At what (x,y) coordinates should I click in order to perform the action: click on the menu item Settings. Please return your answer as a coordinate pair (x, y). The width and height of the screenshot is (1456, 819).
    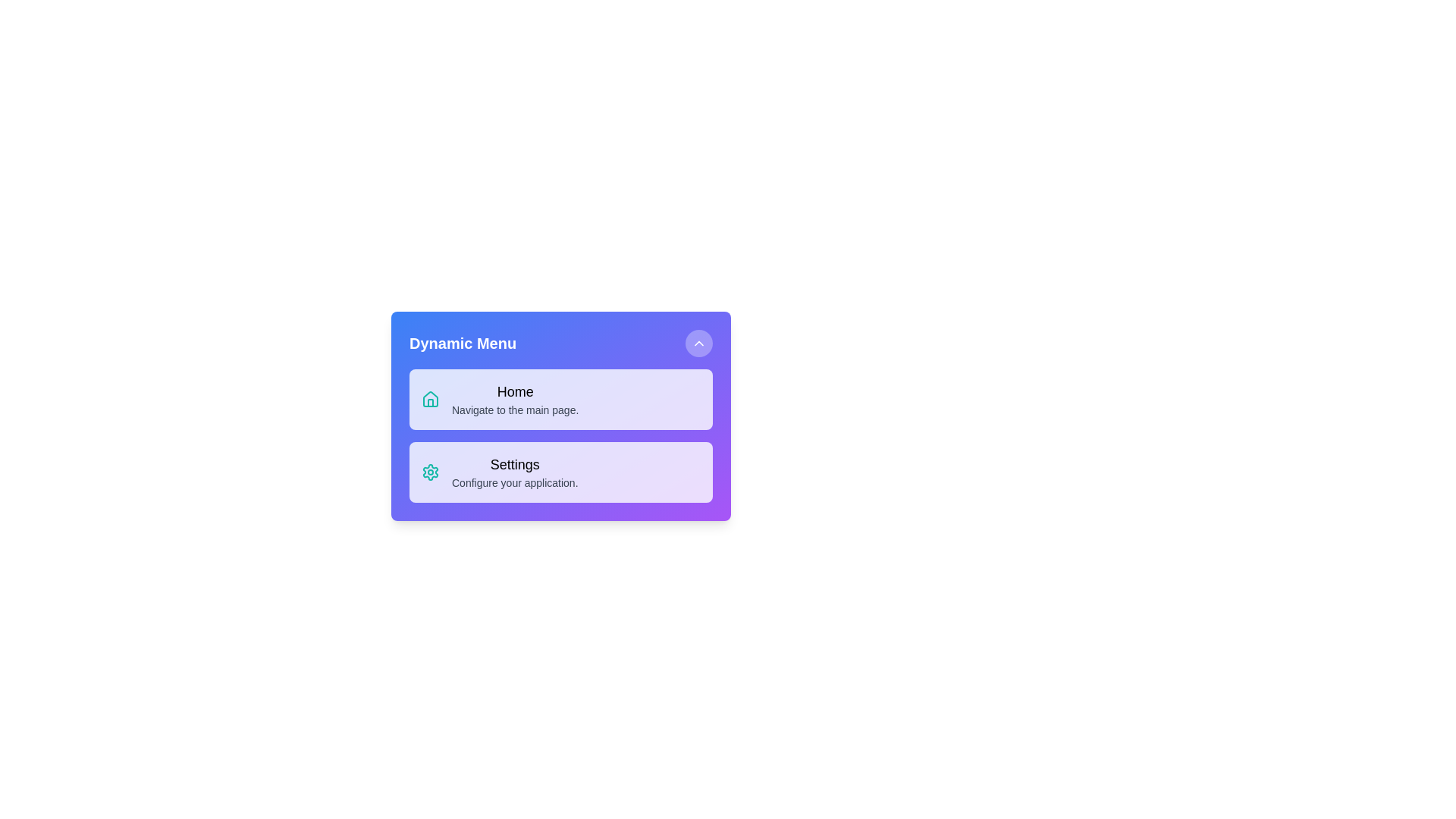
    Looking at the image, I should click on (560, 472).